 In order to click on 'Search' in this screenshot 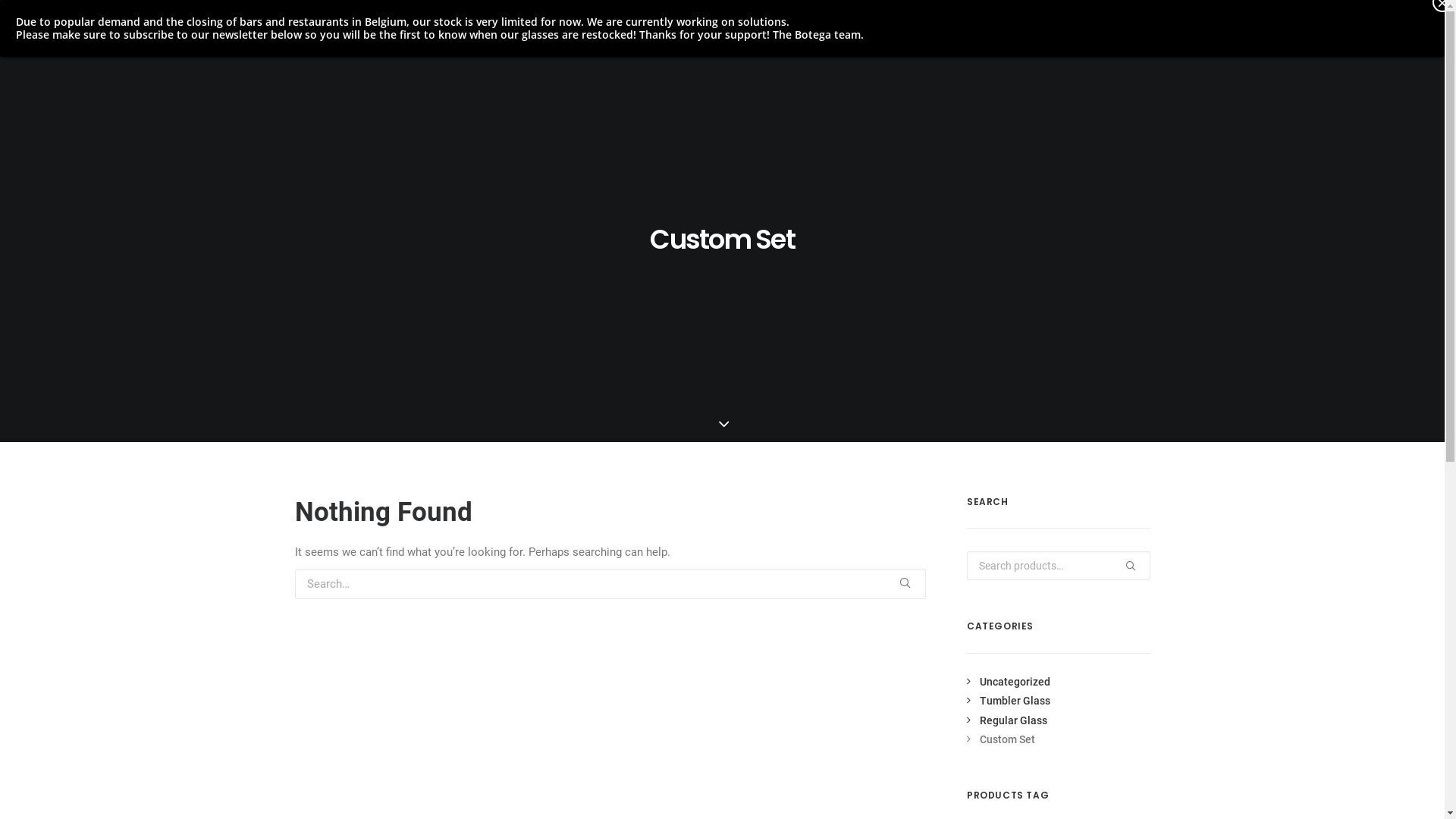, I will do `click(966, 565)`.